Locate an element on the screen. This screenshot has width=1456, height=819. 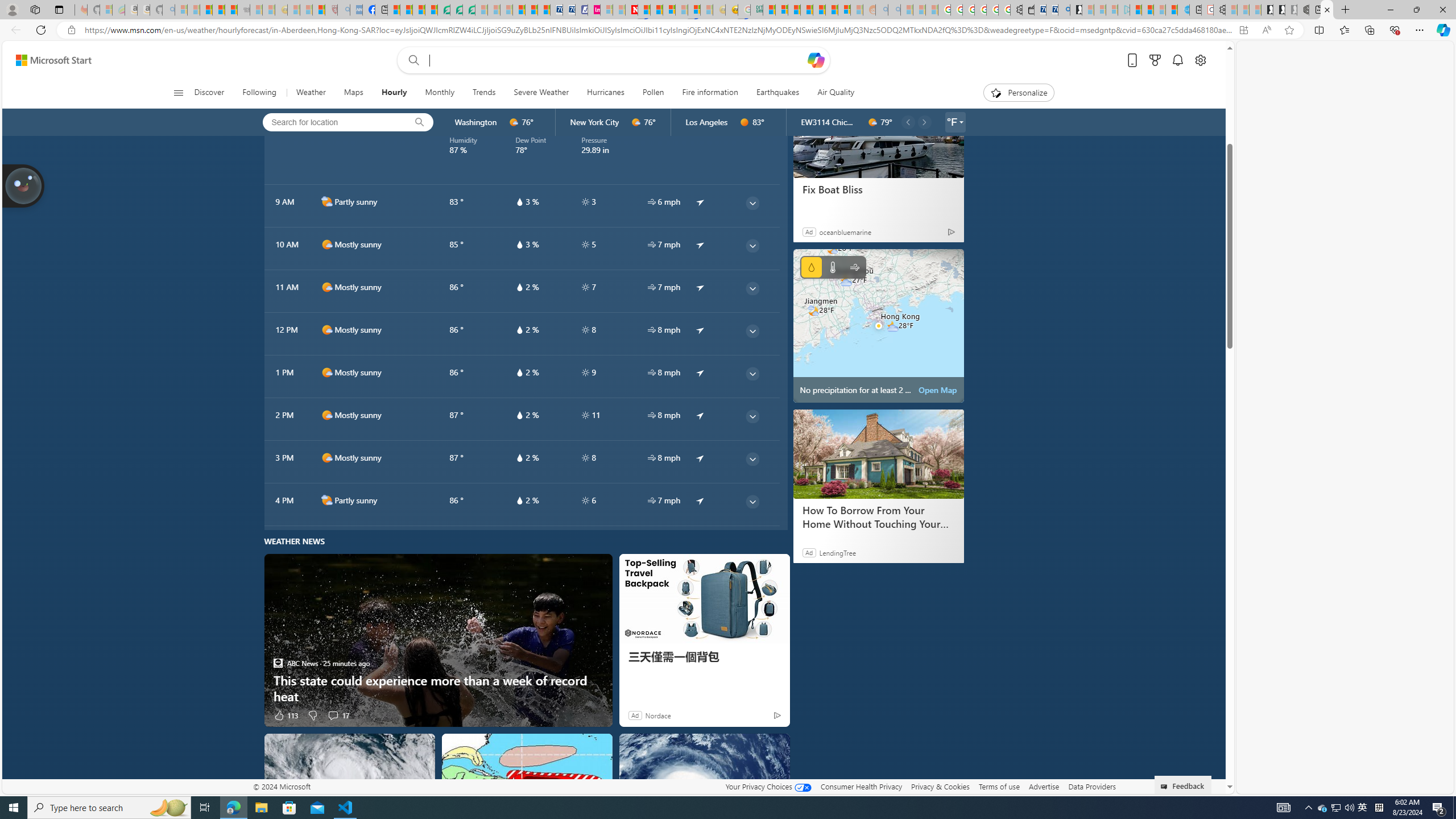
'Trends' is located at coordinates (484, 92).